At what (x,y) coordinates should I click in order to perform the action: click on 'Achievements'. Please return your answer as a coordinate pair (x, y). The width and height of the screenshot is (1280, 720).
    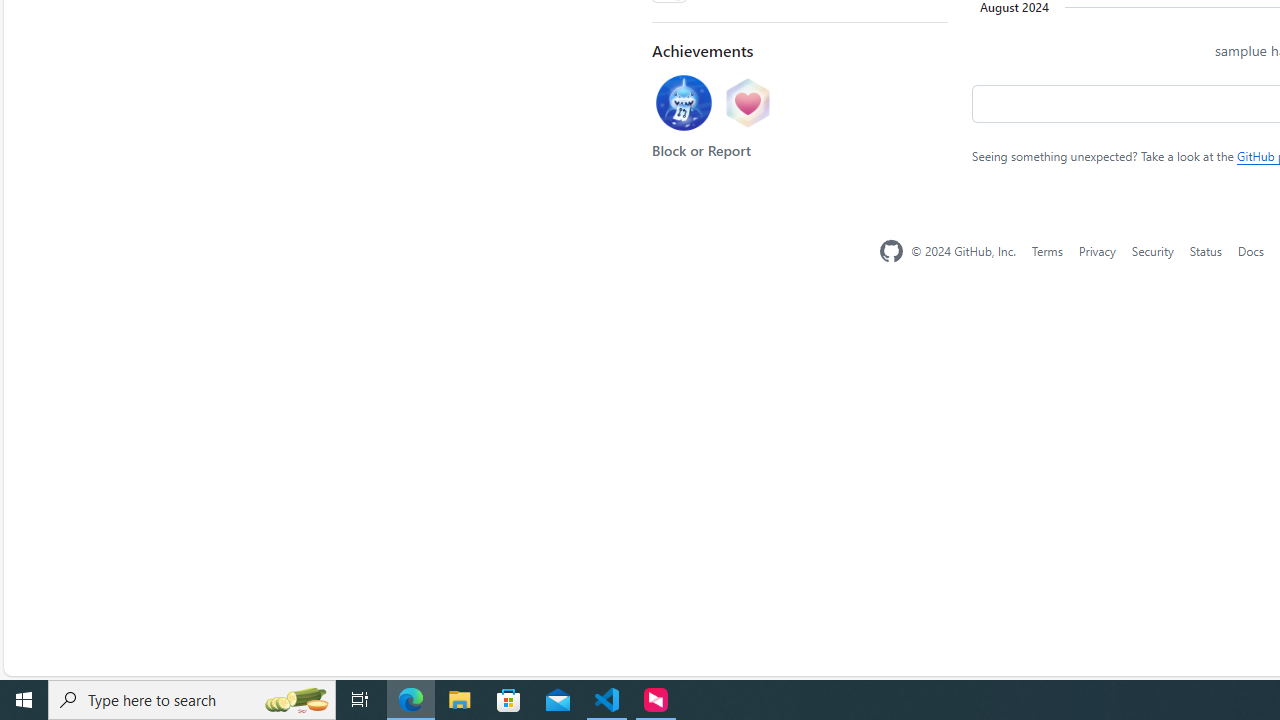
    Looking at the image, I should click on (702, 49).